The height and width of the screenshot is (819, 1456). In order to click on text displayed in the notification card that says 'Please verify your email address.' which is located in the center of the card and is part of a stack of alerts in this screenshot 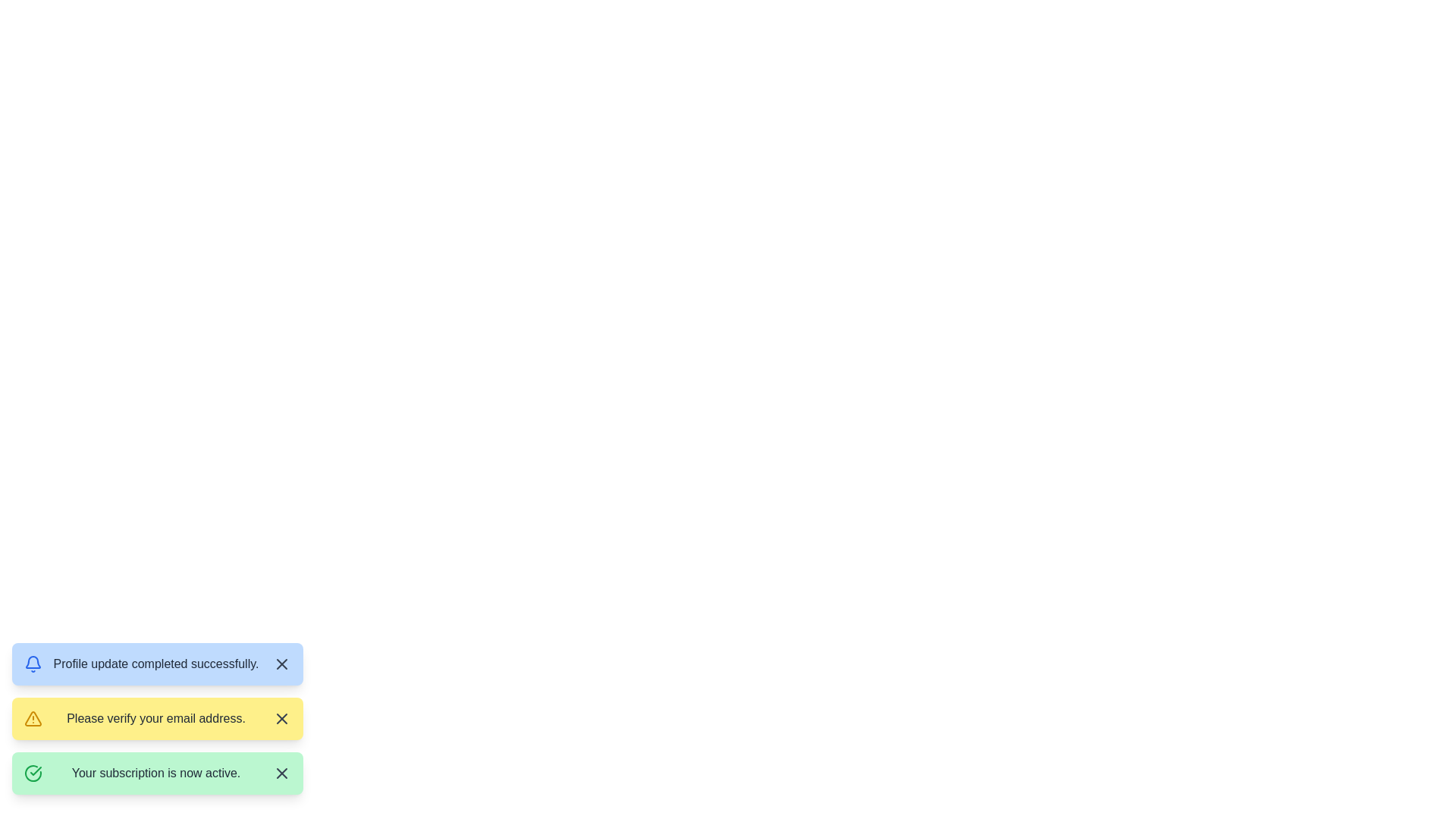, I will do `click(156, 718)`.